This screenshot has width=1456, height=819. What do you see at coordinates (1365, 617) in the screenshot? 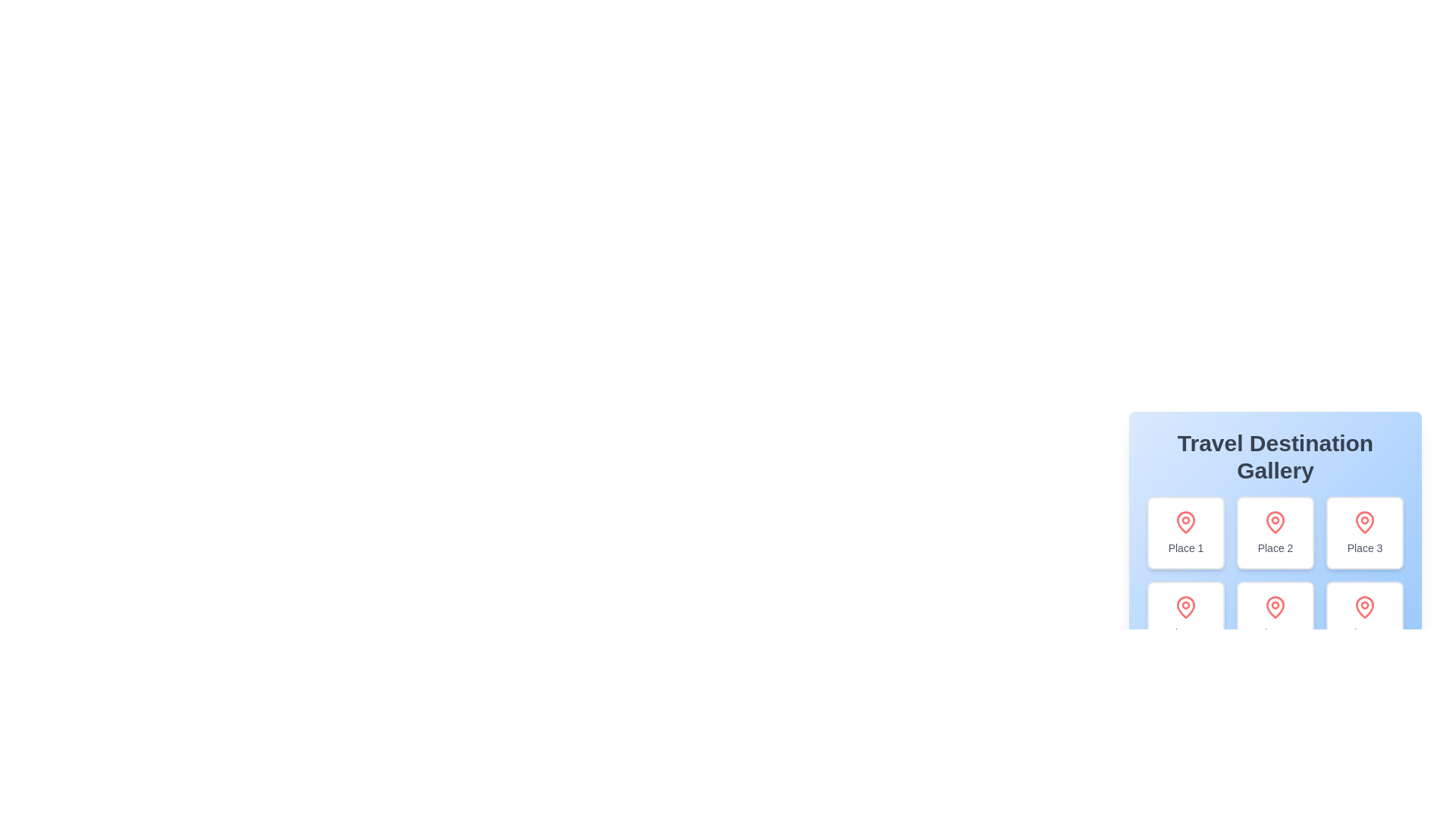
I see `the selectable card with a white background, light gray border, red map pin icon, and label 'Place 6' located in the Travel Destination Gallery` at bounding box center [1365, 617].